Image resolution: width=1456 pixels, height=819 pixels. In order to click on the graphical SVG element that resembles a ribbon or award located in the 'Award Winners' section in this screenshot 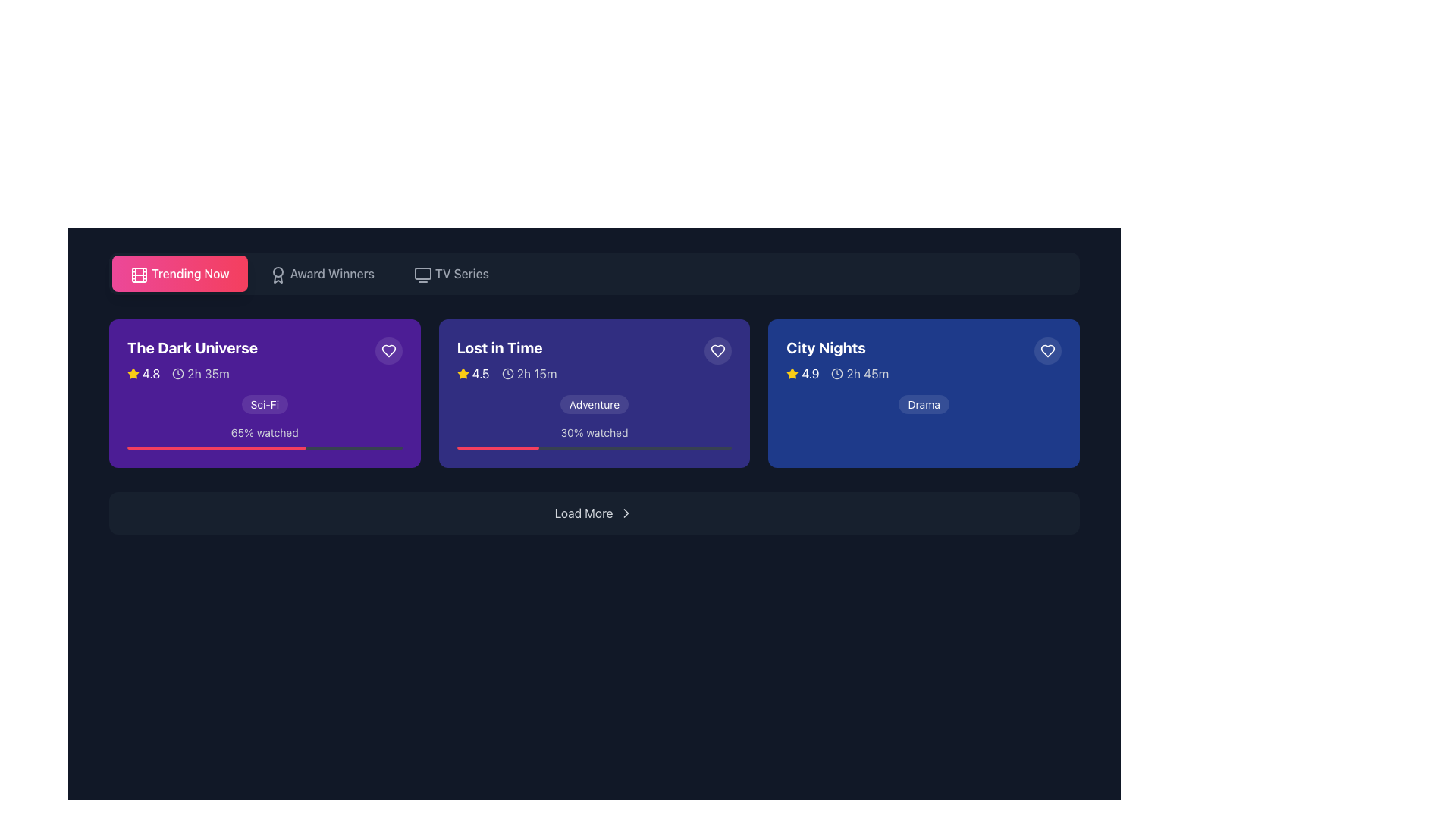, I will do `click(278, 279)`.